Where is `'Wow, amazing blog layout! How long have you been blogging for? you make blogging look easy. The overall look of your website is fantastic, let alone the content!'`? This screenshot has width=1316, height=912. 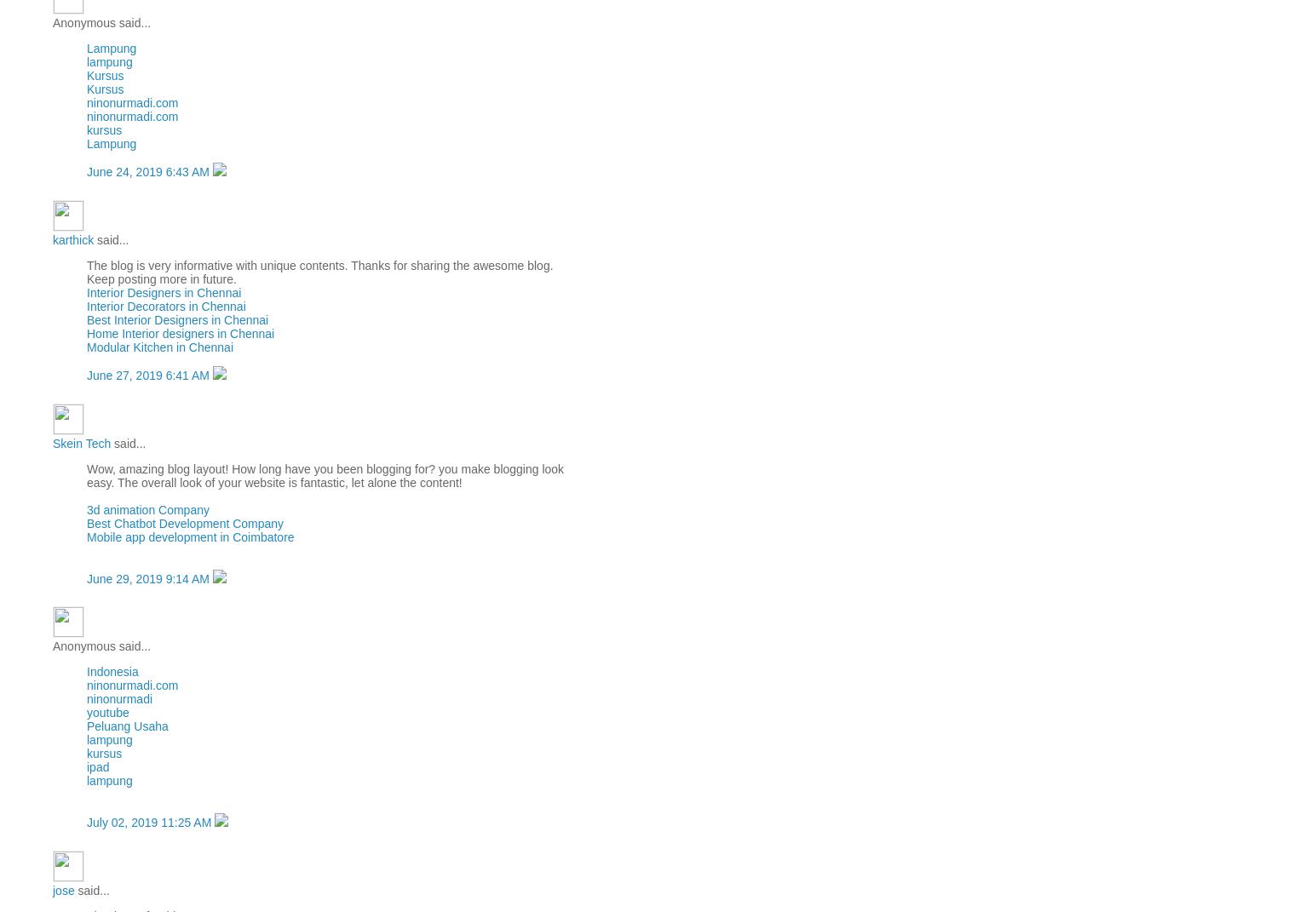
'Wow, amazing blog layout! How long have you been blogging for? you make blogging look easy. The overall look of your website is fantastic, let alone the content!' is located at coordinates (324, 474).